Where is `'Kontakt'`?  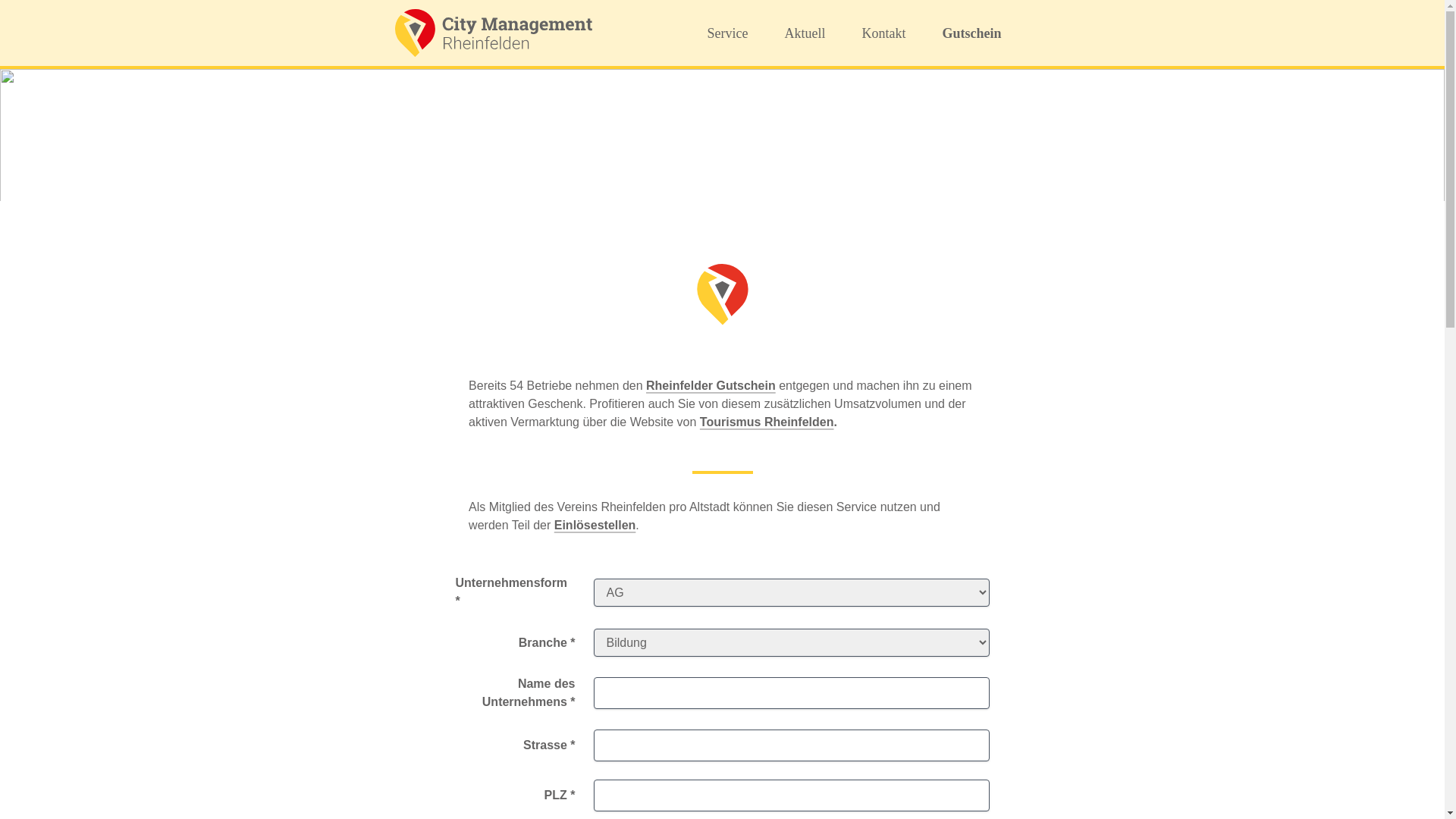 'Kontakt' is located at coordinates (883, 33).